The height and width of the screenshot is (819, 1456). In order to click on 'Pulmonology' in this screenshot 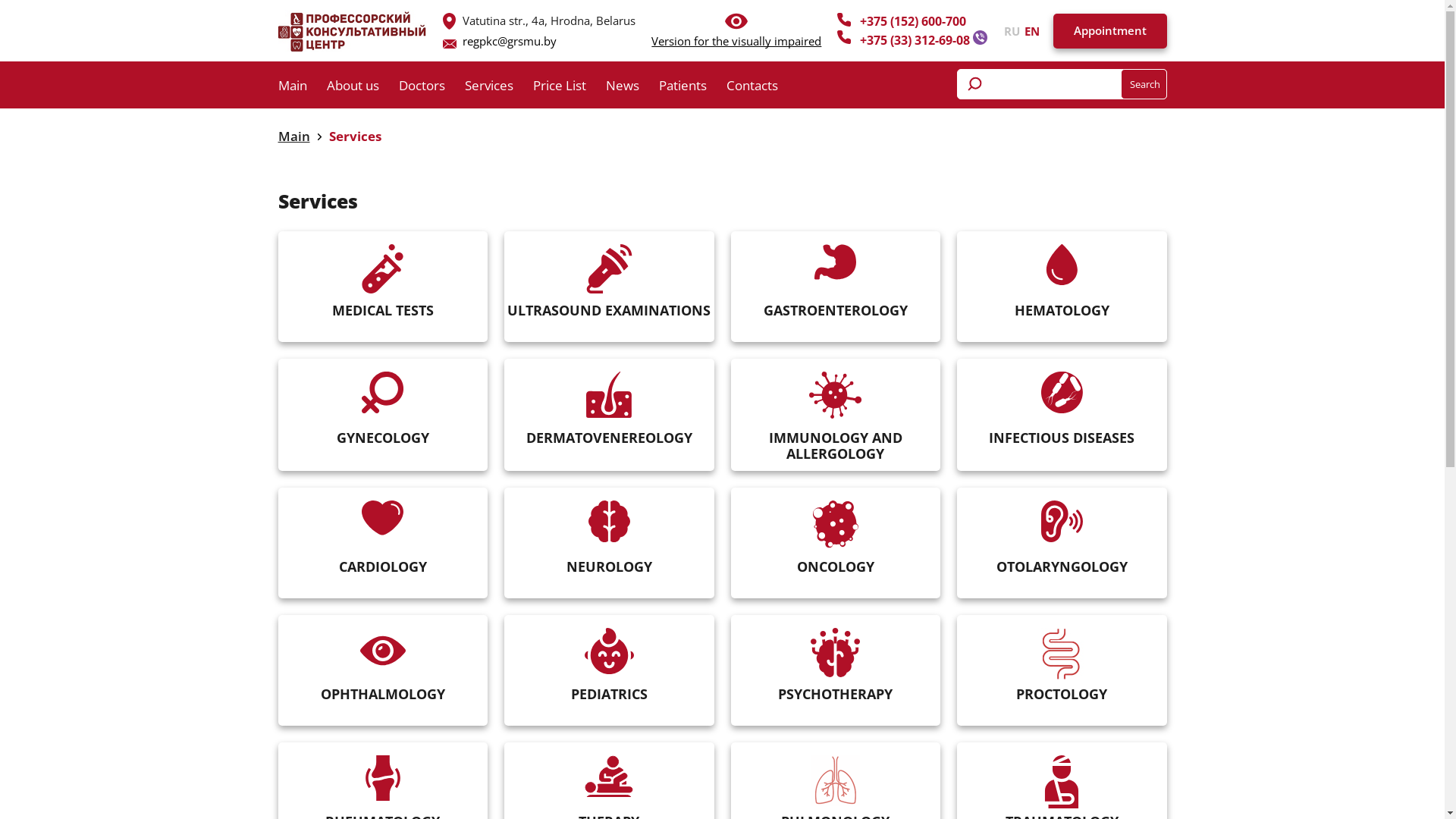, I will do `click(810, 780)`.